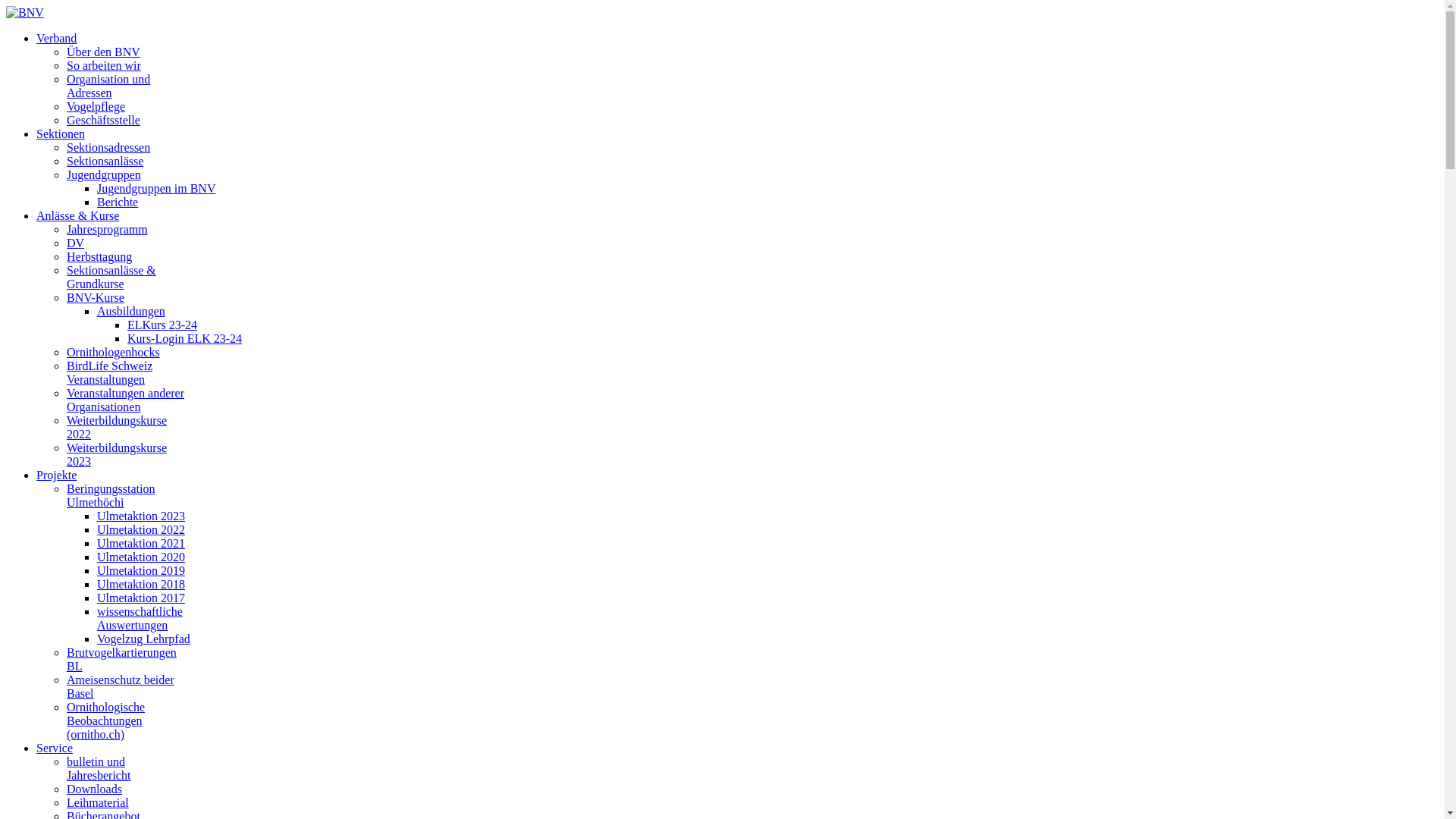  I want to click on 'Kurs-Login ELK 23-24', so click(127, 337).